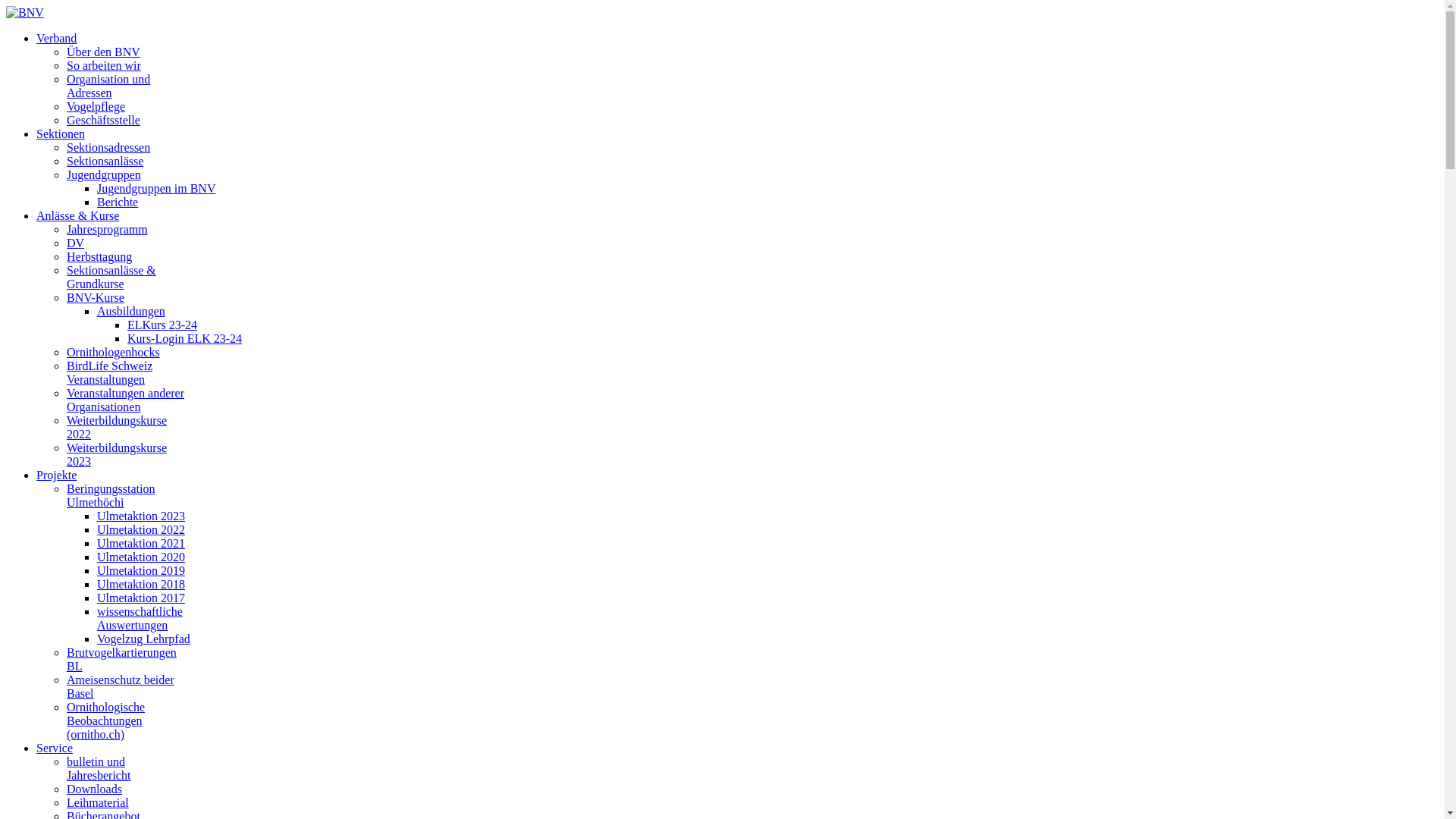  I want to click on 'Kurs-Login ELK 23-24', so click(127, 337).